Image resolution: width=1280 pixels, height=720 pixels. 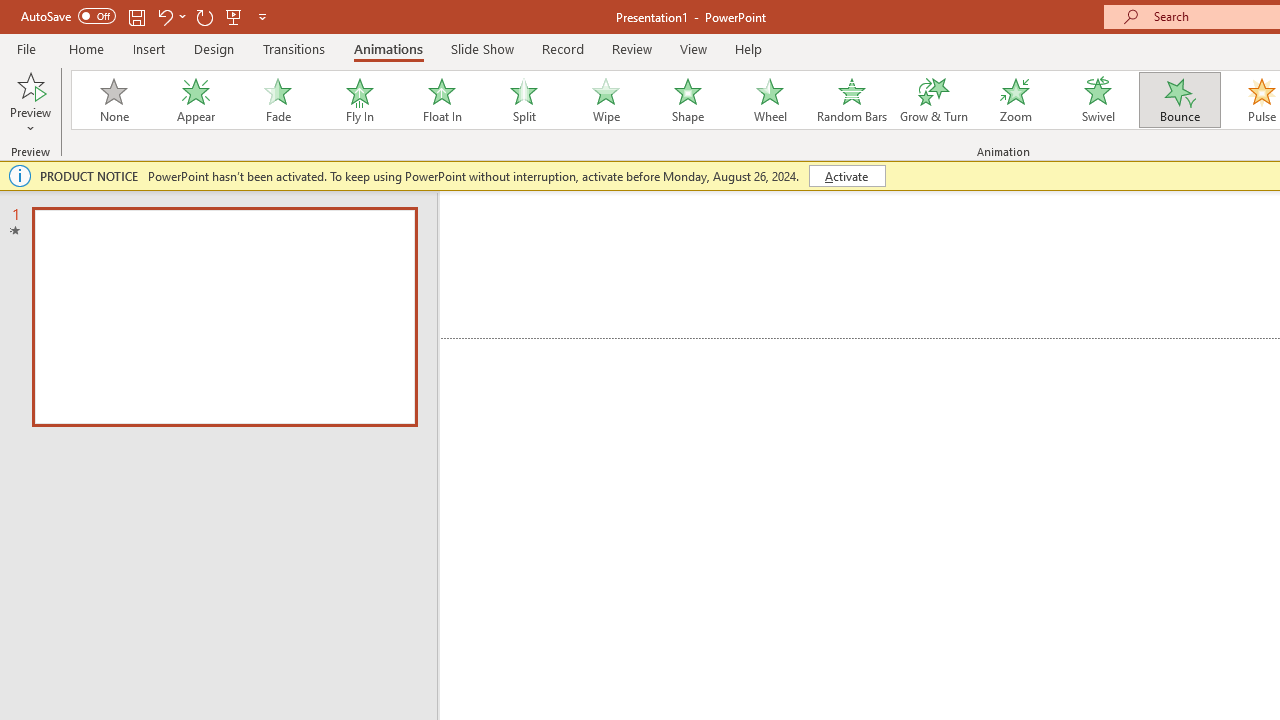 I want to click on 'Insert', so click(x=148, y=48).